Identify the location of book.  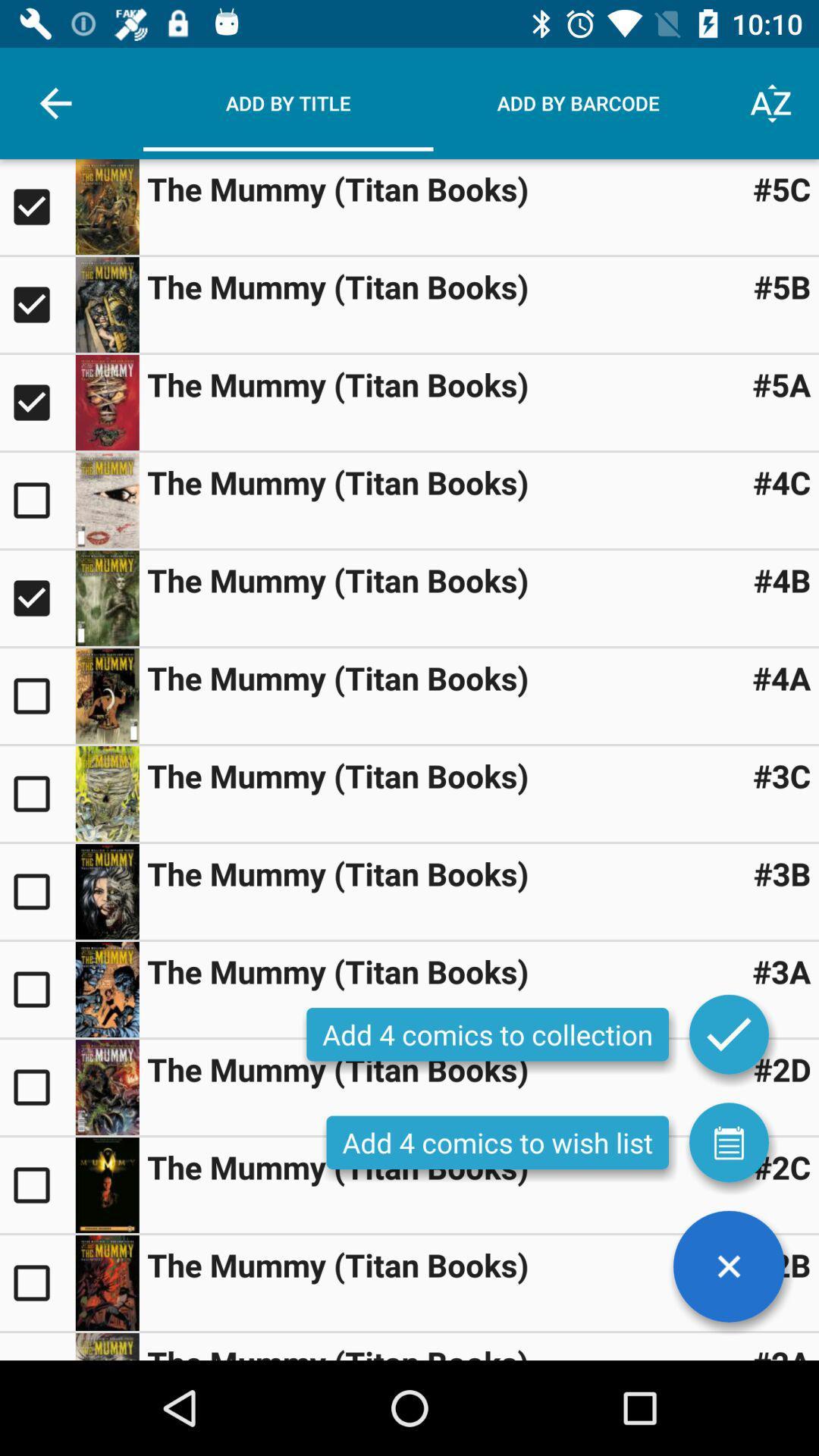
(106, 792).